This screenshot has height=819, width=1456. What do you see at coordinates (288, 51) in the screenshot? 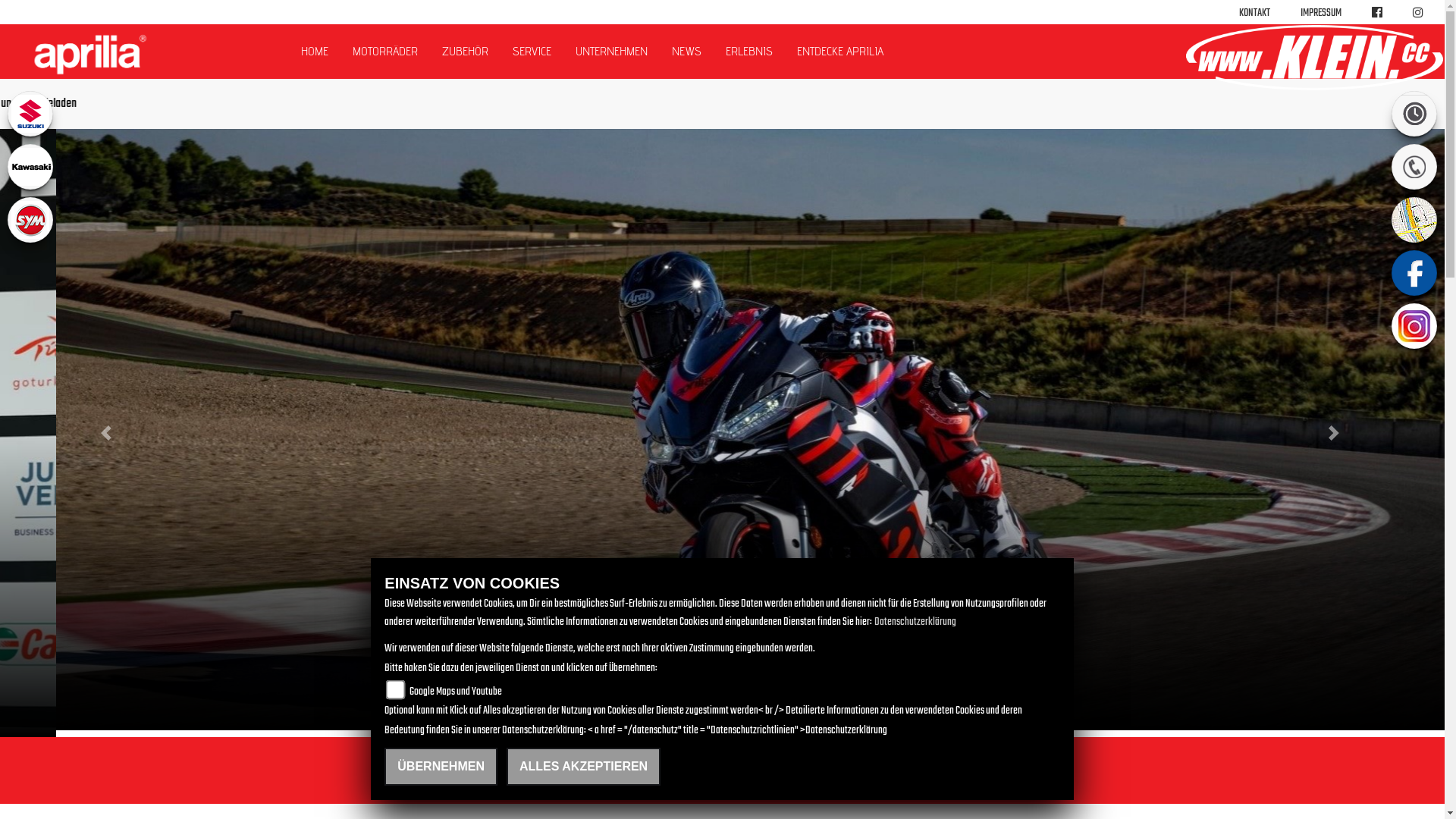
I see `'HOME'` at bounding box center [288, 51].